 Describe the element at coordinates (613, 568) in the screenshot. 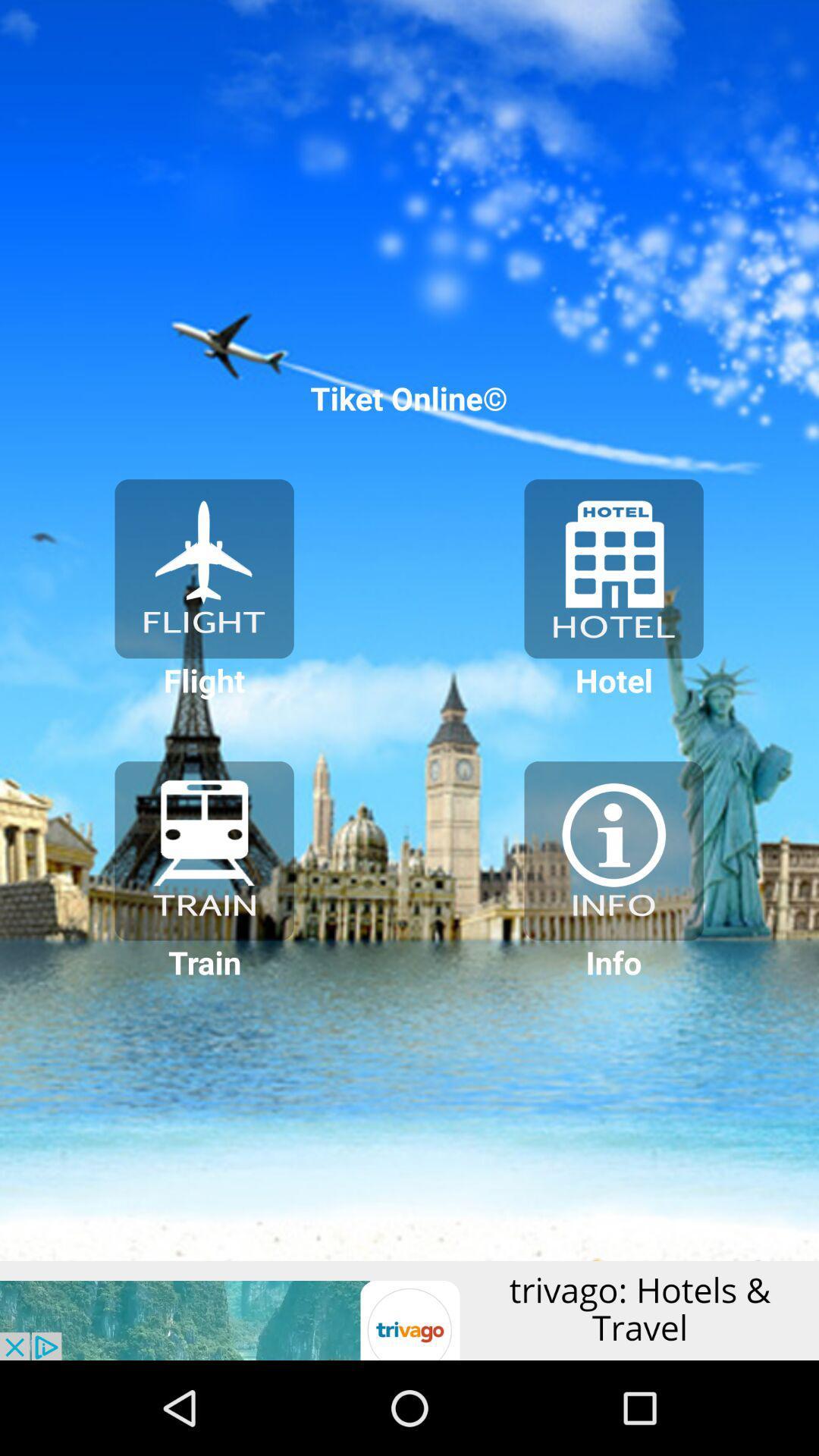

I see `switch to hotel option` at that location.